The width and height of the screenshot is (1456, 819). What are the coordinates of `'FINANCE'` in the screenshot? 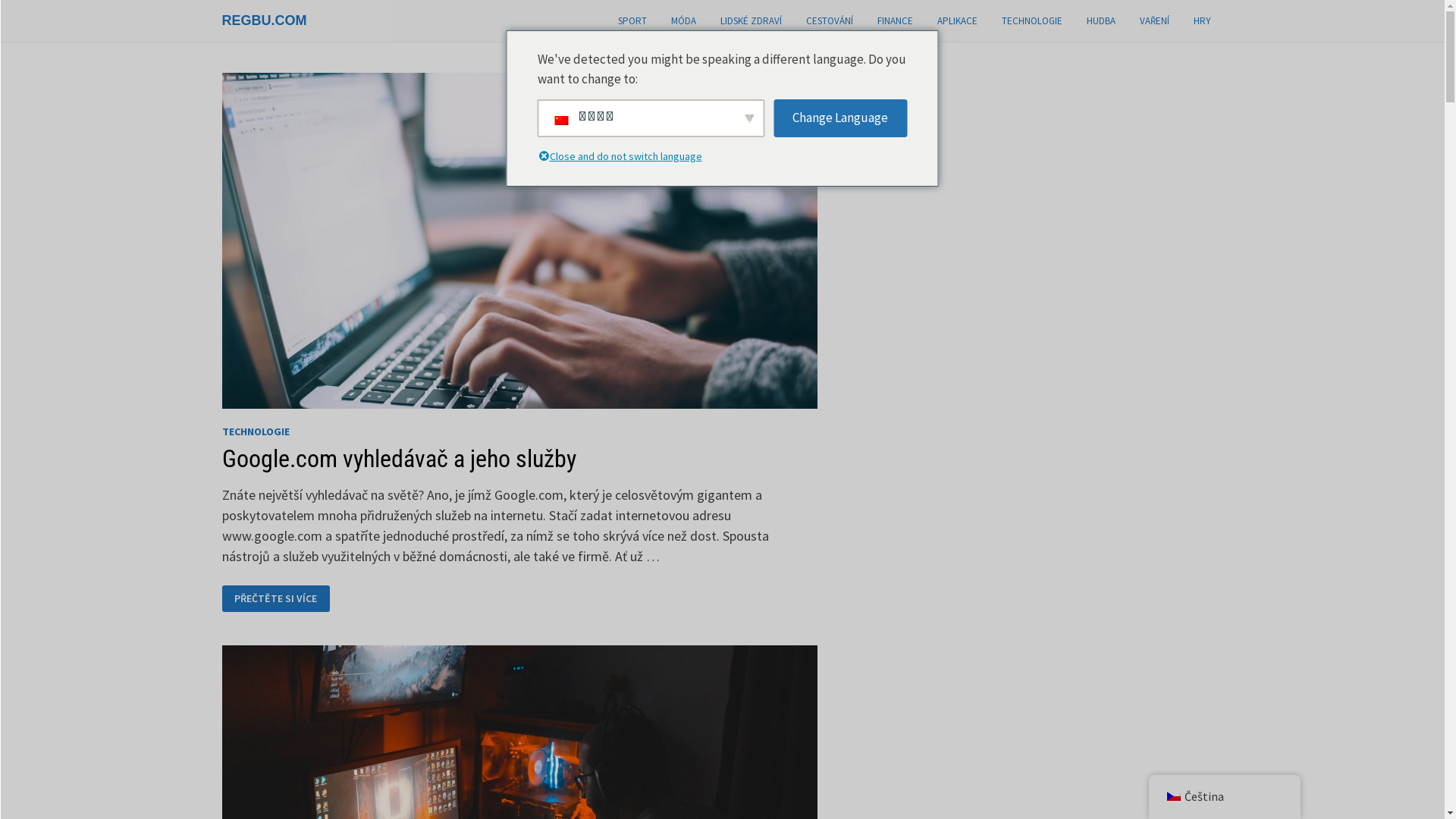 It's located at (894, 20).